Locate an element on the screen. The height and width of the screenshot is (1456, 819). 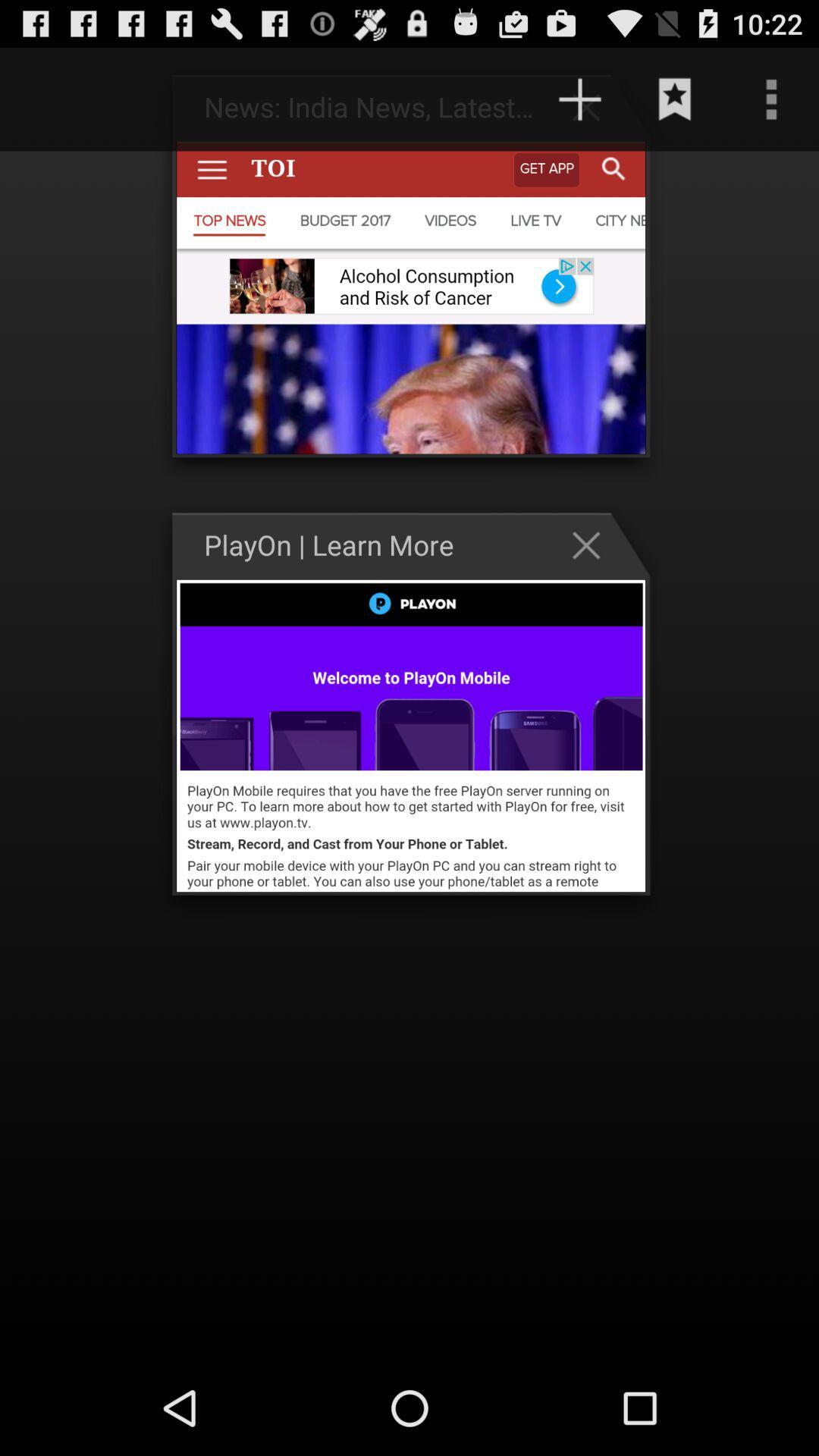
the icon next to http www playon is located at coordinates (61, 99).